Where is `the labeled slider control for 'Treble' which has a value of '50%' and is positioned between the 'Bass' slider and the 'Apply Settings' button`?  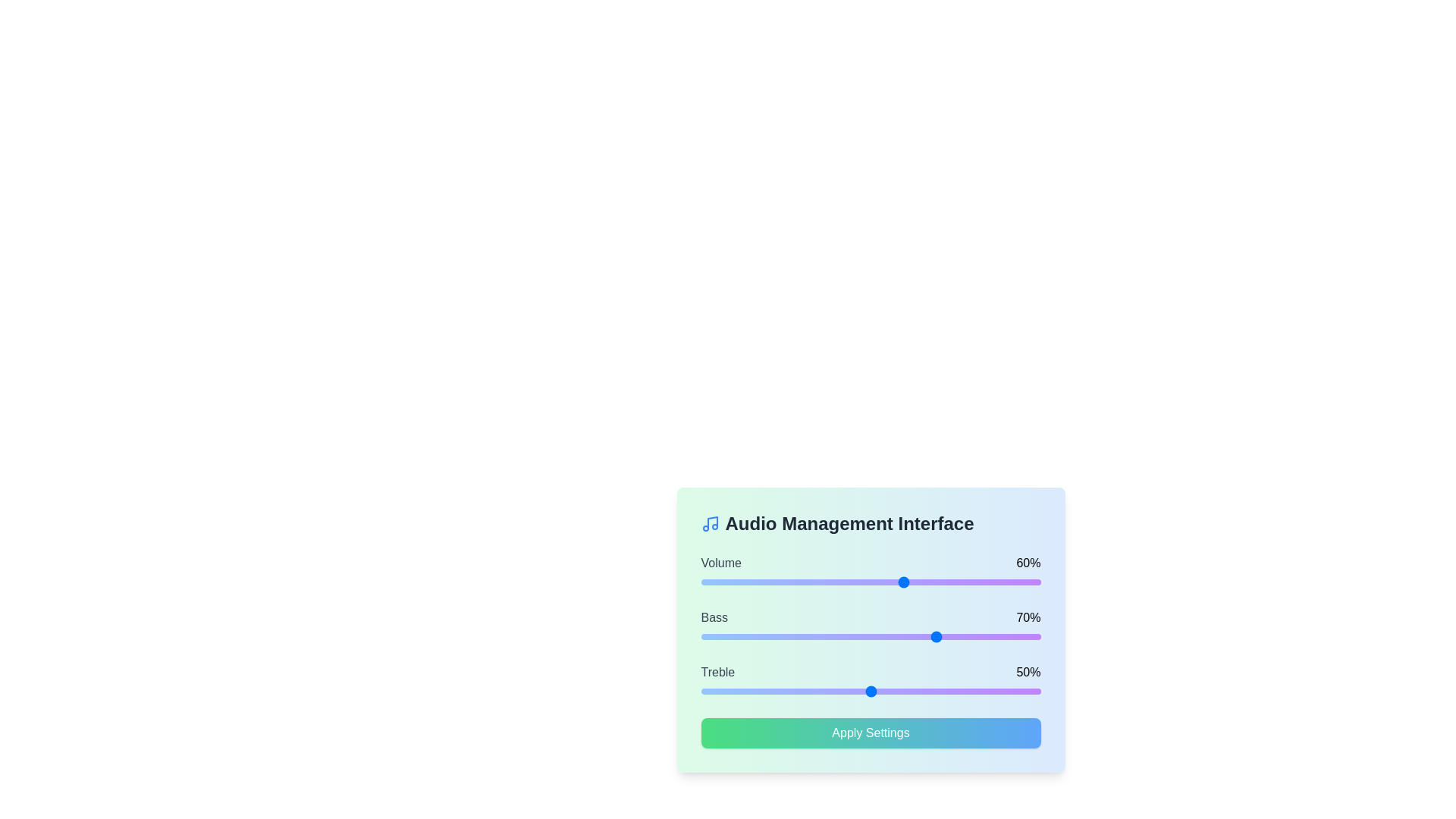 the labeled slider control for 'Treble' which has a value of '50%' and is positioned between the 'Bass' slider and the 'Apply Settings' button is located at coordinates (871, 680).